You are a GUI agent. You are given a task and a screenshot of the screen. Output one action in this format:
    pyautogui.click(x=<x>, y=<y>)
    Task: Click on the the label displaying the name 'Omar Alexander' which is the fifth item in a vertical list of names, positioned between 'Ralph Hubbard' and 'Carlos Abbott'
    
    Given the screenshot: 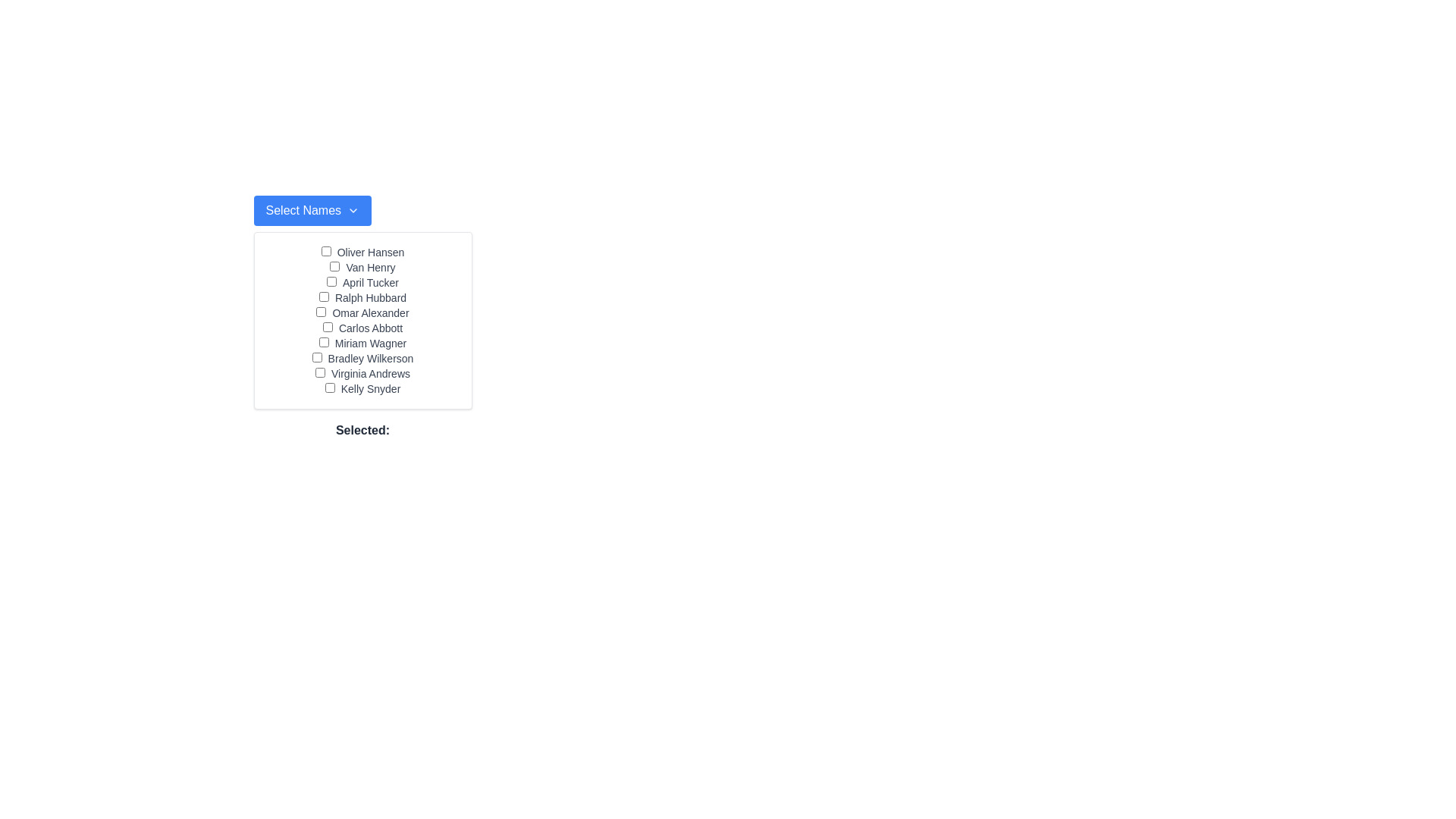 What is the action you would take?
    pyautogui.click(x=362, y=312)
    